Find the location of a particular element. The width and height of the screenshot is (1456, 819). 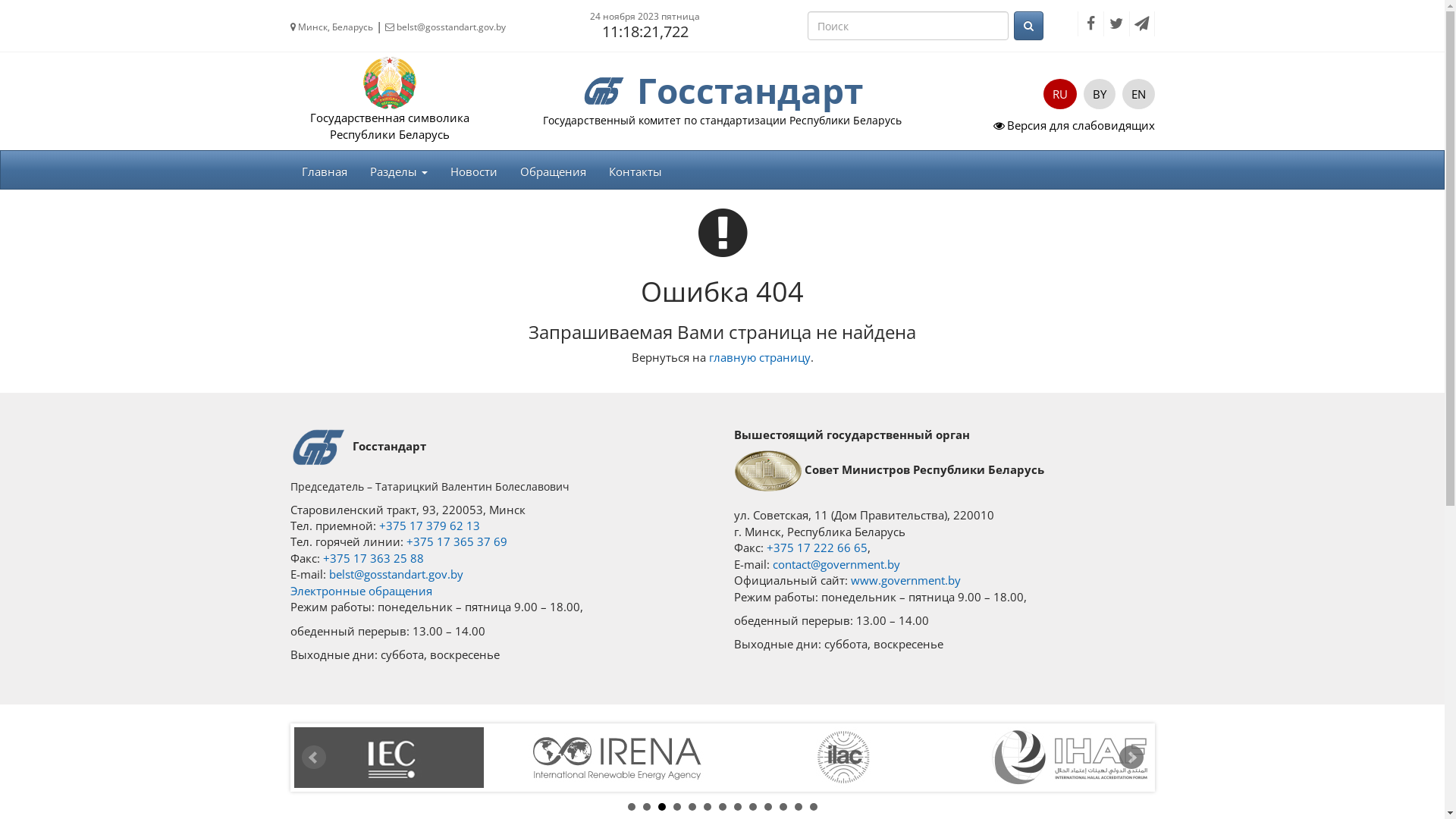

'Twitter' is located at coordinates (1115, 24).